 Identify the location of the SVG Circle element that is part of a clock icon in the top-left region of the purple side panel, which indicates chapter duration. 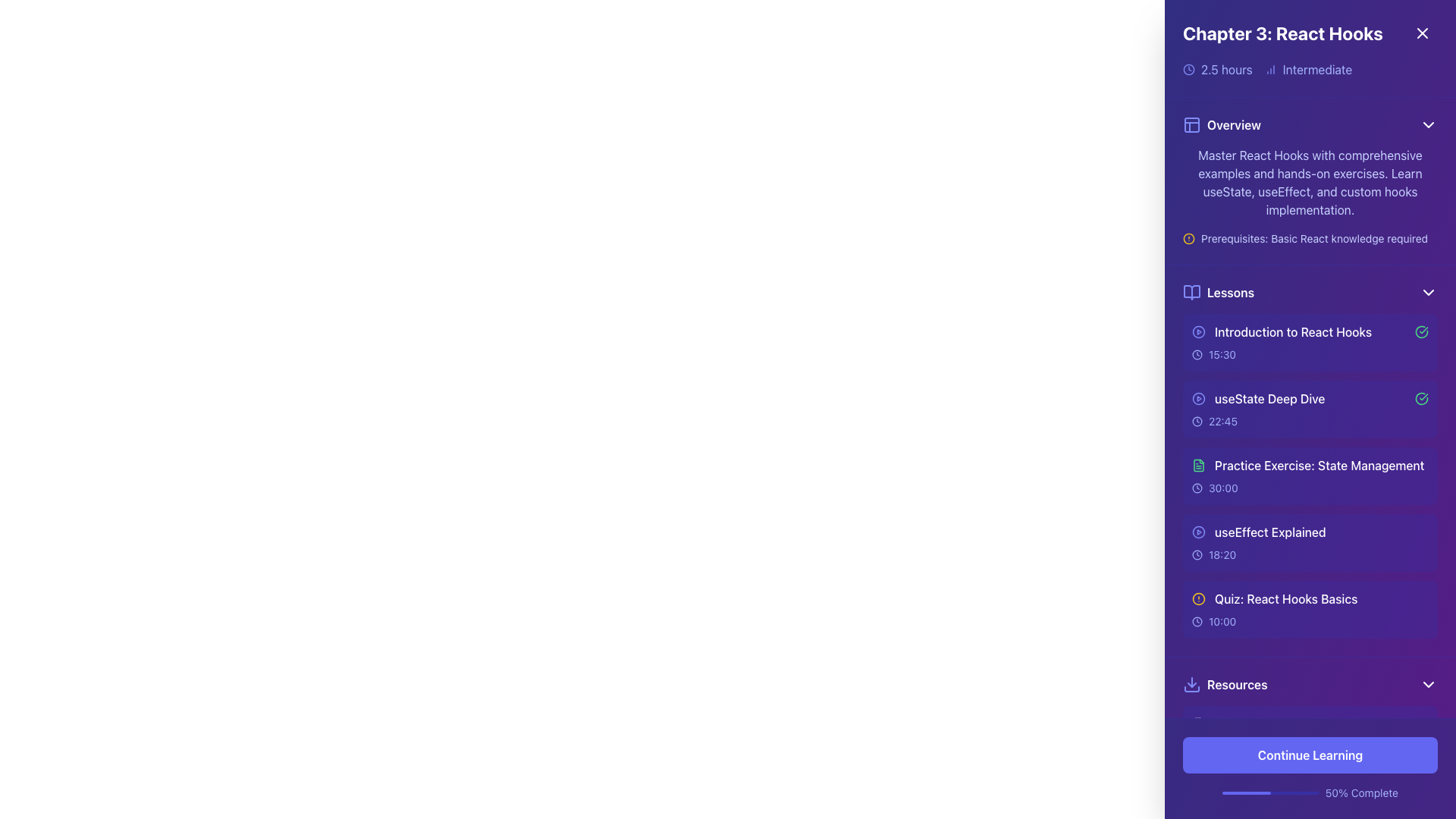
(1188, 70).